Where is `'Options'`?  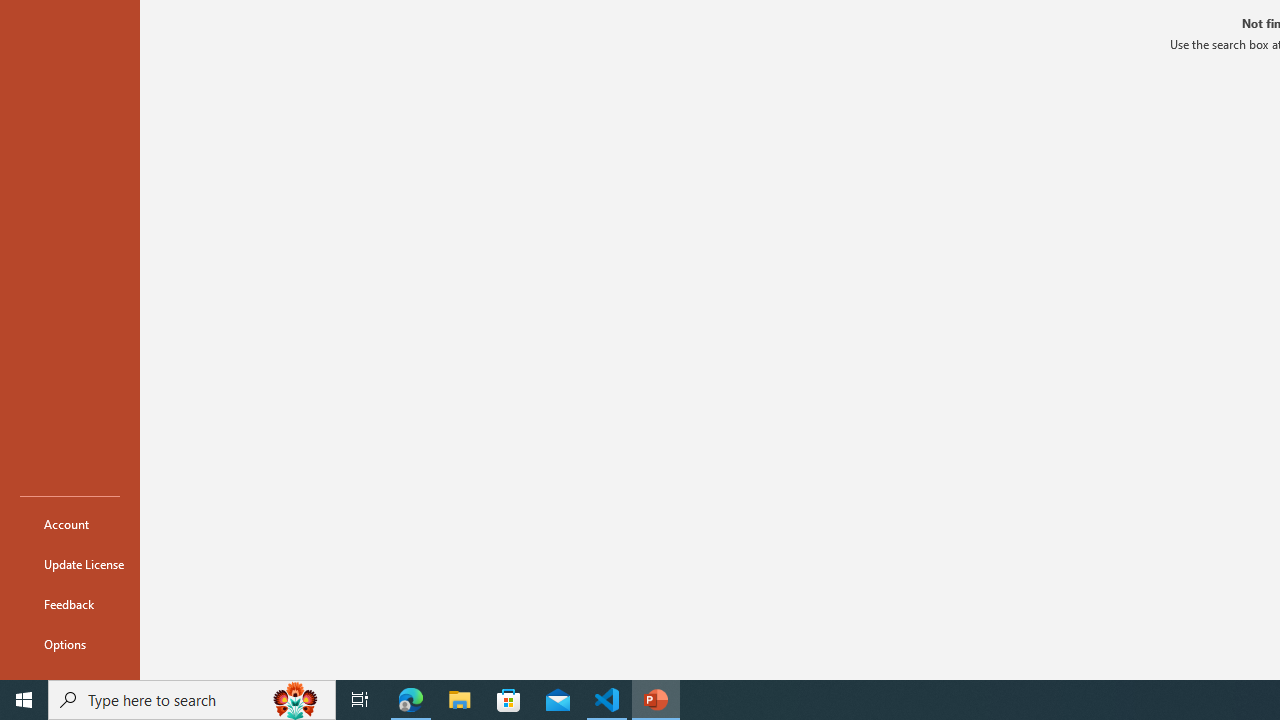
'Options' is located at coordinates (69, 644).